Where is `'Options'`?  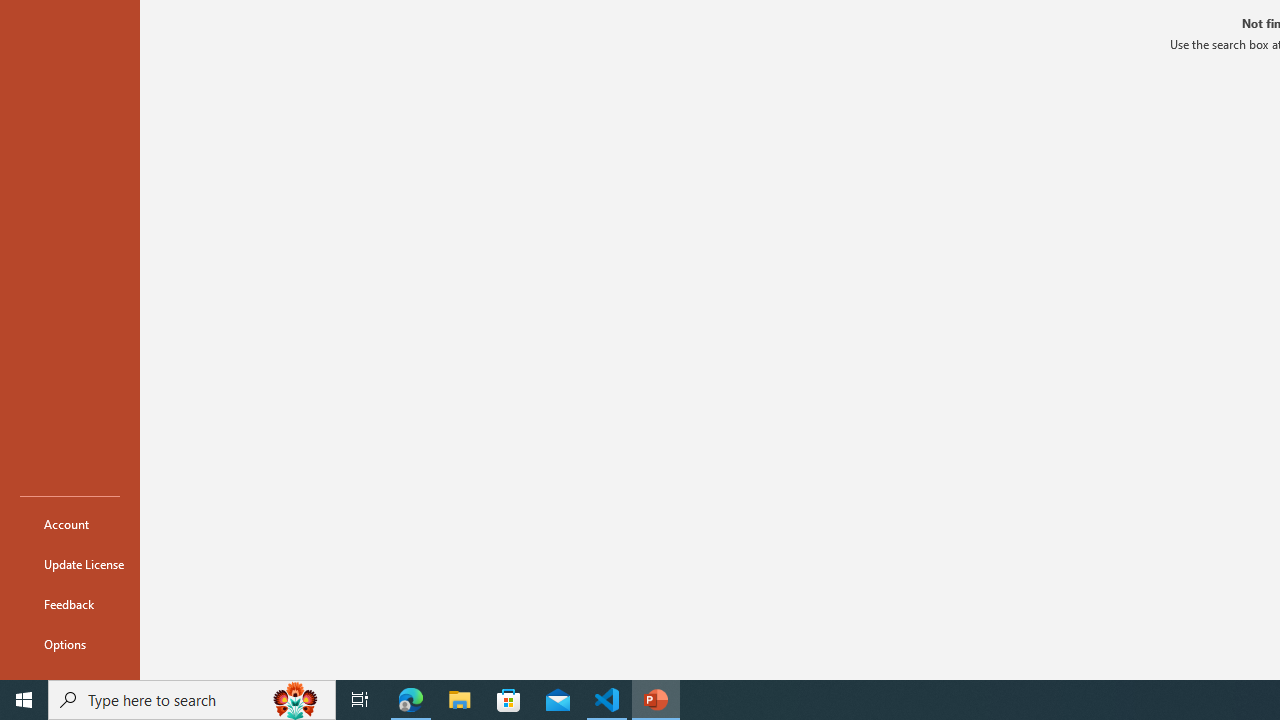
'Options' is located at coordinates (69, 644).